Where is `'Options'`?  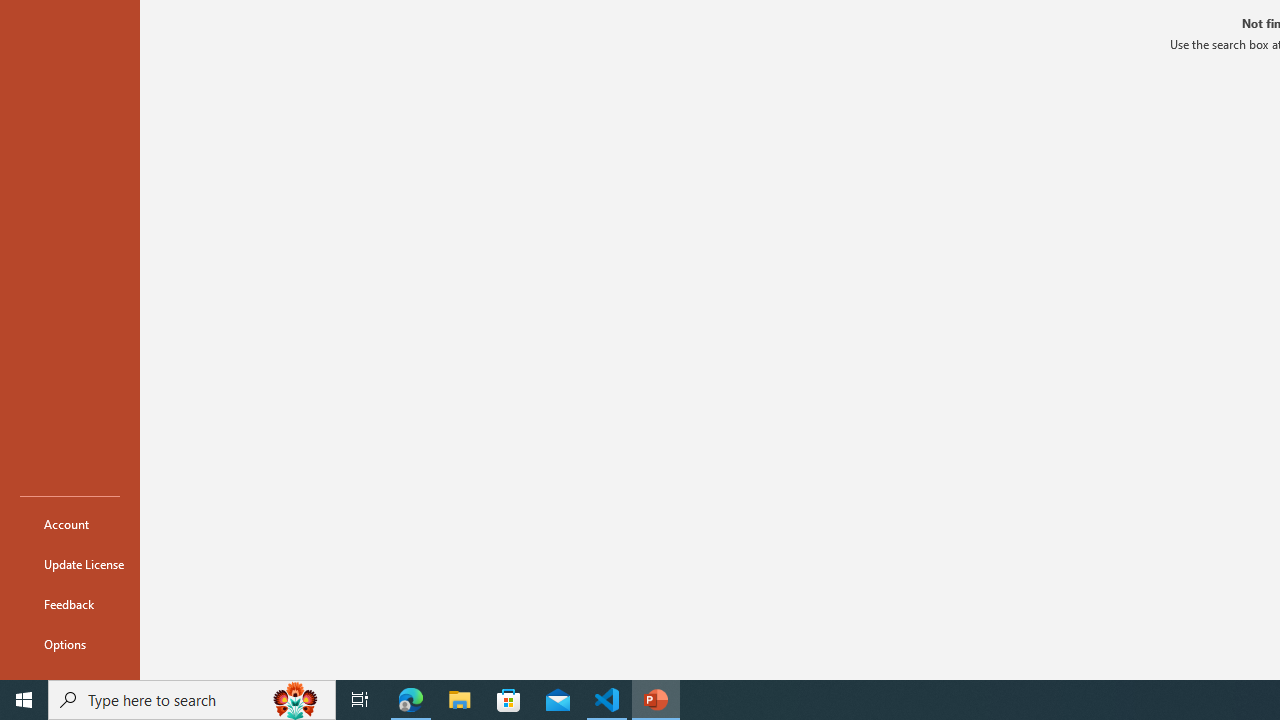
'Options' is located at coordinates (69, 644).